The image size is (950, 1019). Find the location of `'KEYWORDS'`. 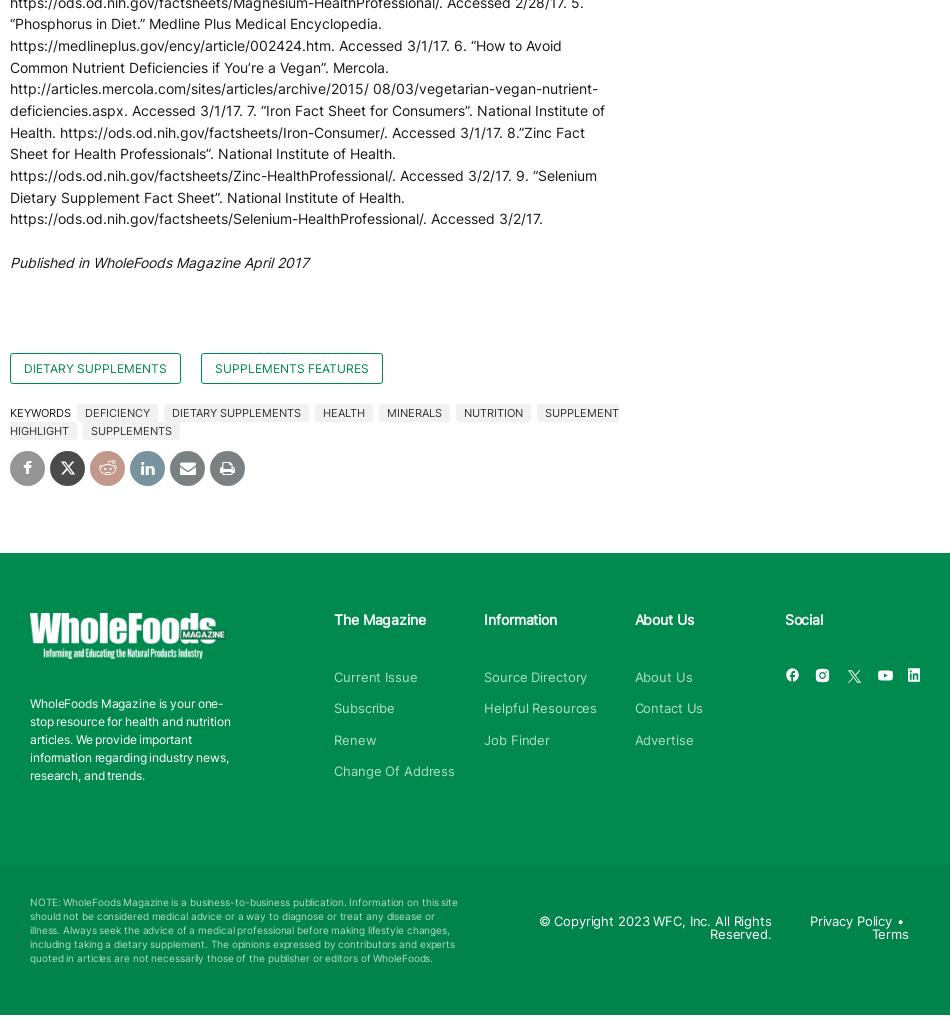

'KEYWORDS' is located at coordinates (41, 412).